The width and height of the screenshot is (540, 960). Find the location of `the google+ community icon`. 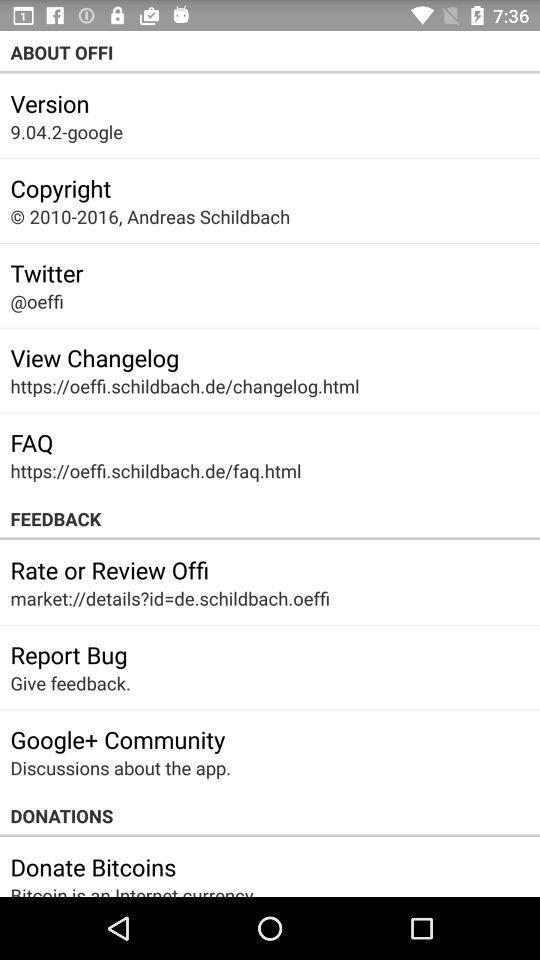

the google+ community icon is located at coordinates (117, 738).